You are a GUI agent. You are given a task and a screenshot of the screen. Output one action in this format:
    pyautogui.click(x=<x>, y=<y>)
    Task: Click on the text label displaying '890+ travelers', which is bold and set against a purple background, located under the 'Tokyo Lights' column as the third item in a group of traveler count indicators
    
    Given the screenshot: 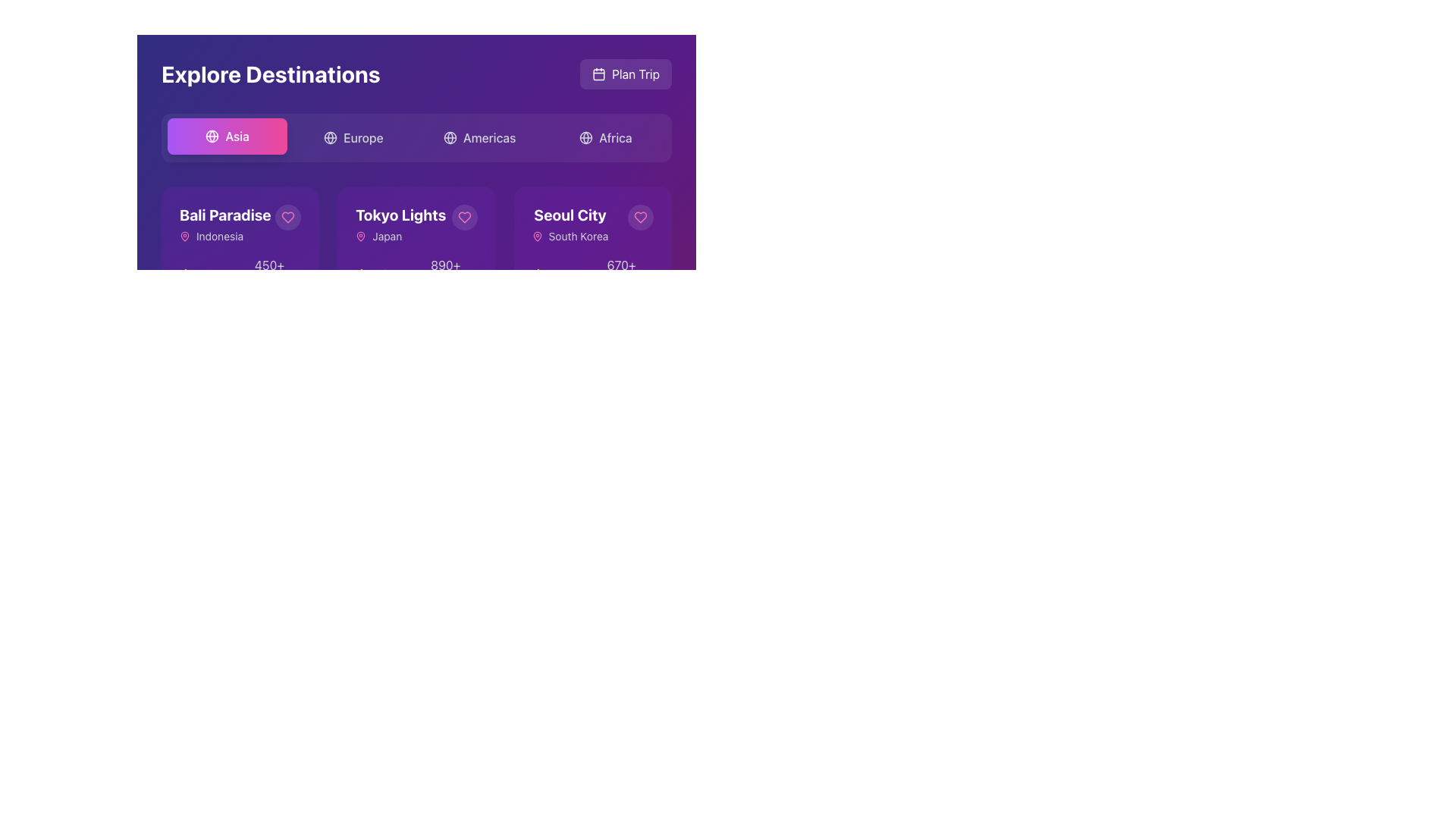 What is the action you would take?
    pyautogui.click(x=444, y=275)
    